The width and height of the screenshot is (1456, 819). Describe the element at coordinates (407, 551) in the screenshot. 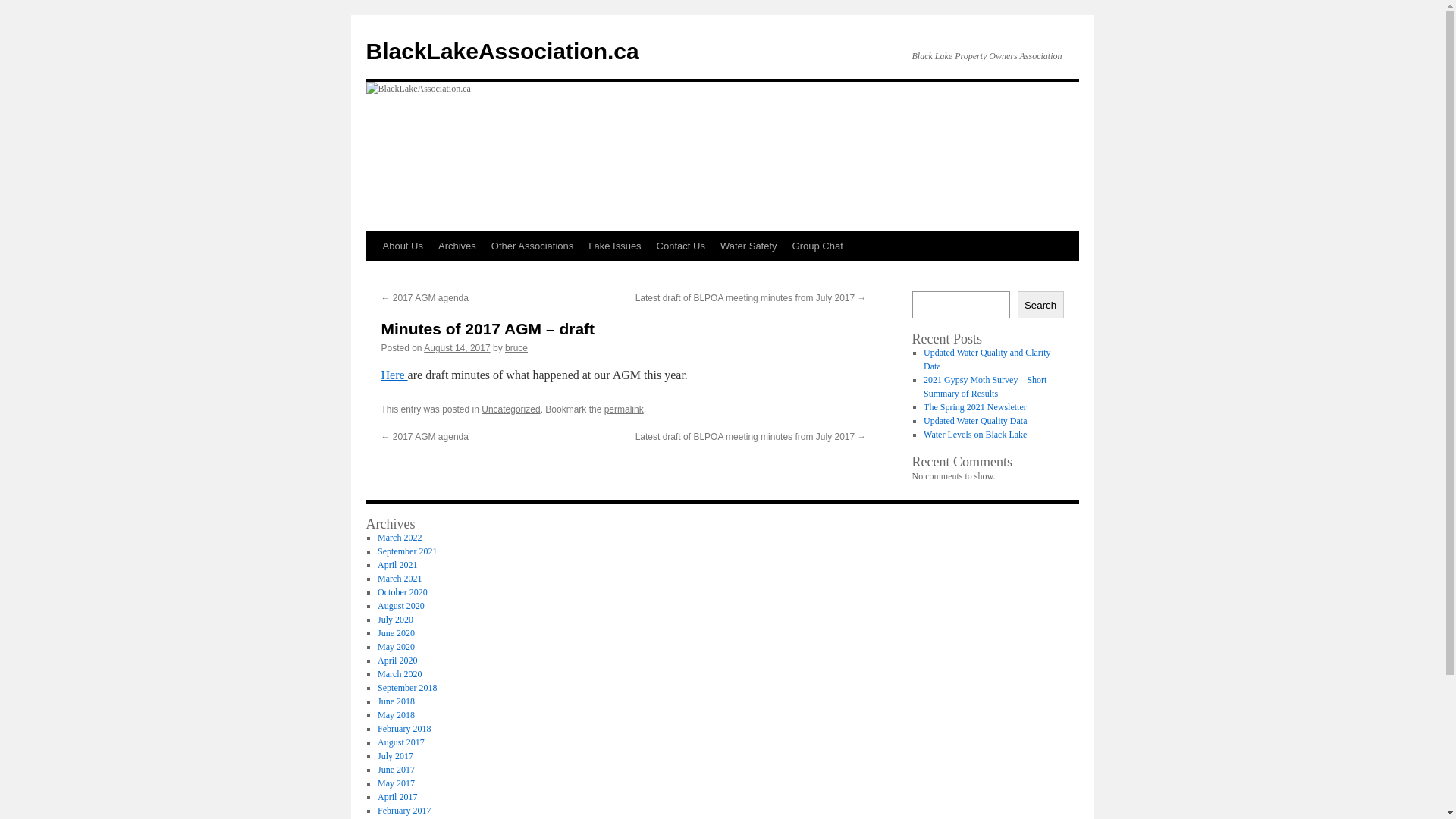

I see `'September 2021'` at that location.